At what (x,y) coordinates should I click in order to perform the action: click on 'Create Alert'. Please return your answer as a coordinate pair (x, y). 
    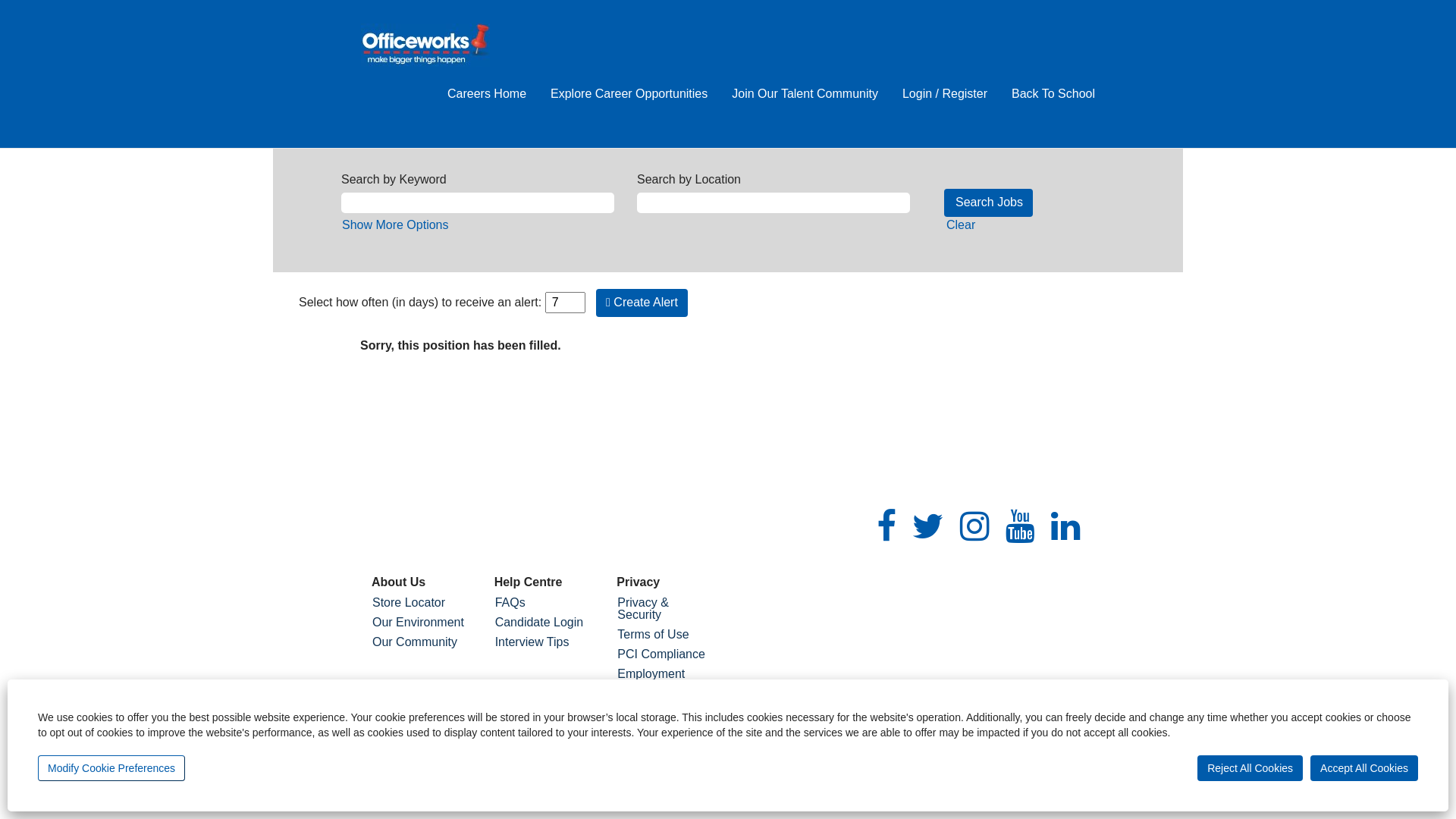
    Looking at the image, I should click on (642, 303).